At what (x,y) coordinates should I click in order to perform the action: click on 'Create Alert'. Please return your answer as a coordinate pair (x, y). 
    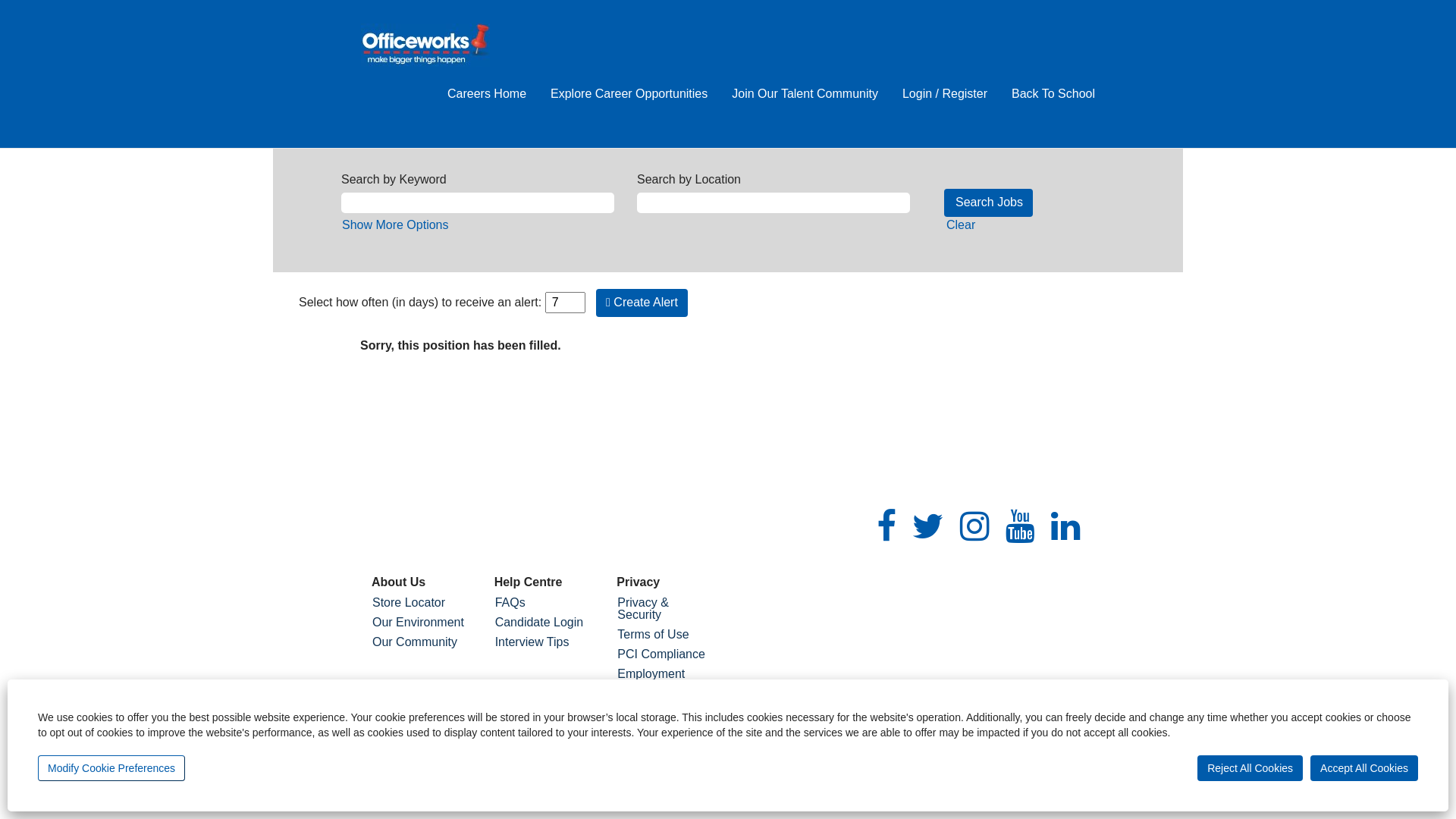
    Looking at the image, I should click on (642, 303).